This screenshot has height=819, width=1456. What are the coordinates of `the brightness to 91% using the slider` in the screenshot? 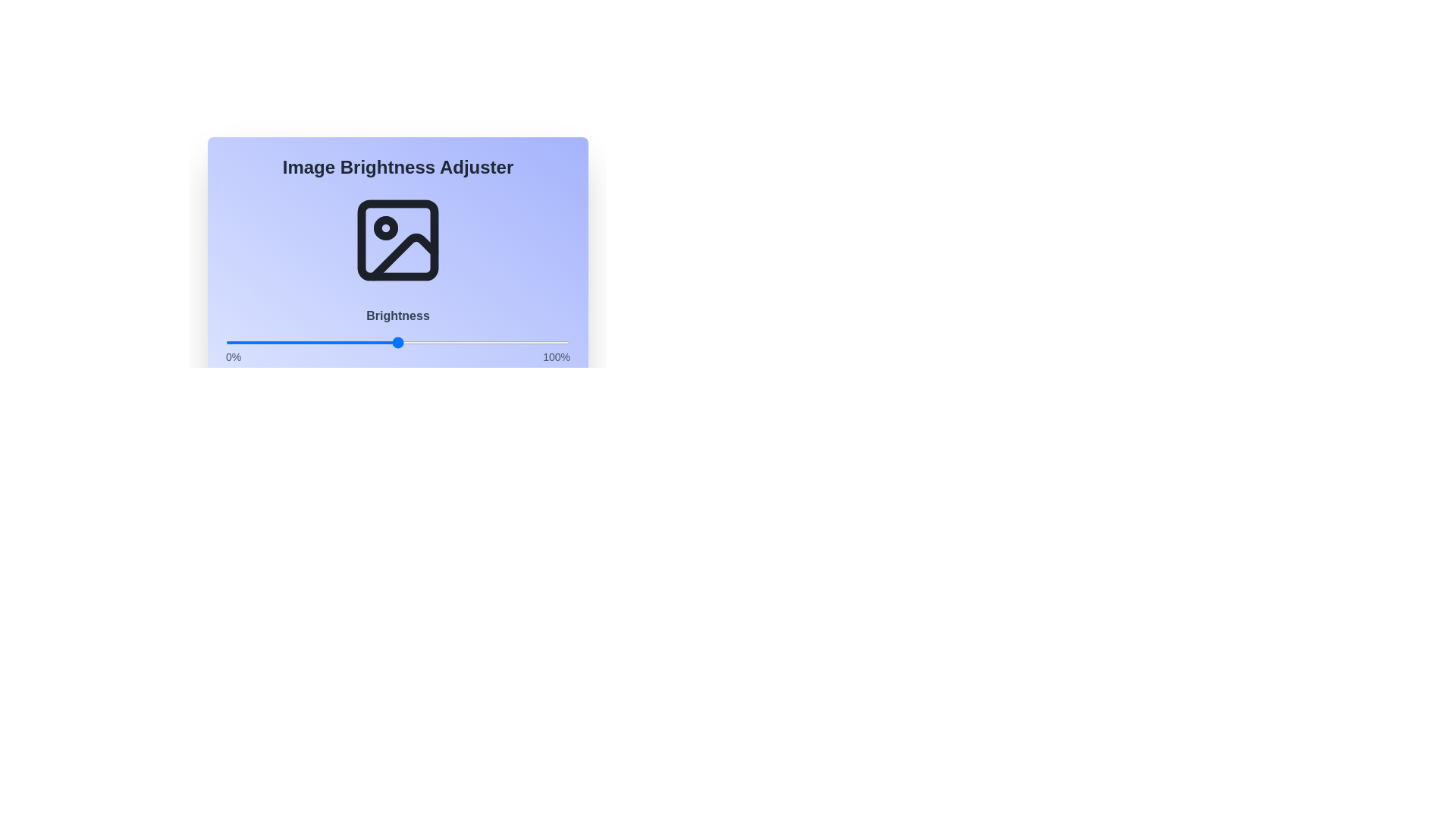 It's located at (539, 342).